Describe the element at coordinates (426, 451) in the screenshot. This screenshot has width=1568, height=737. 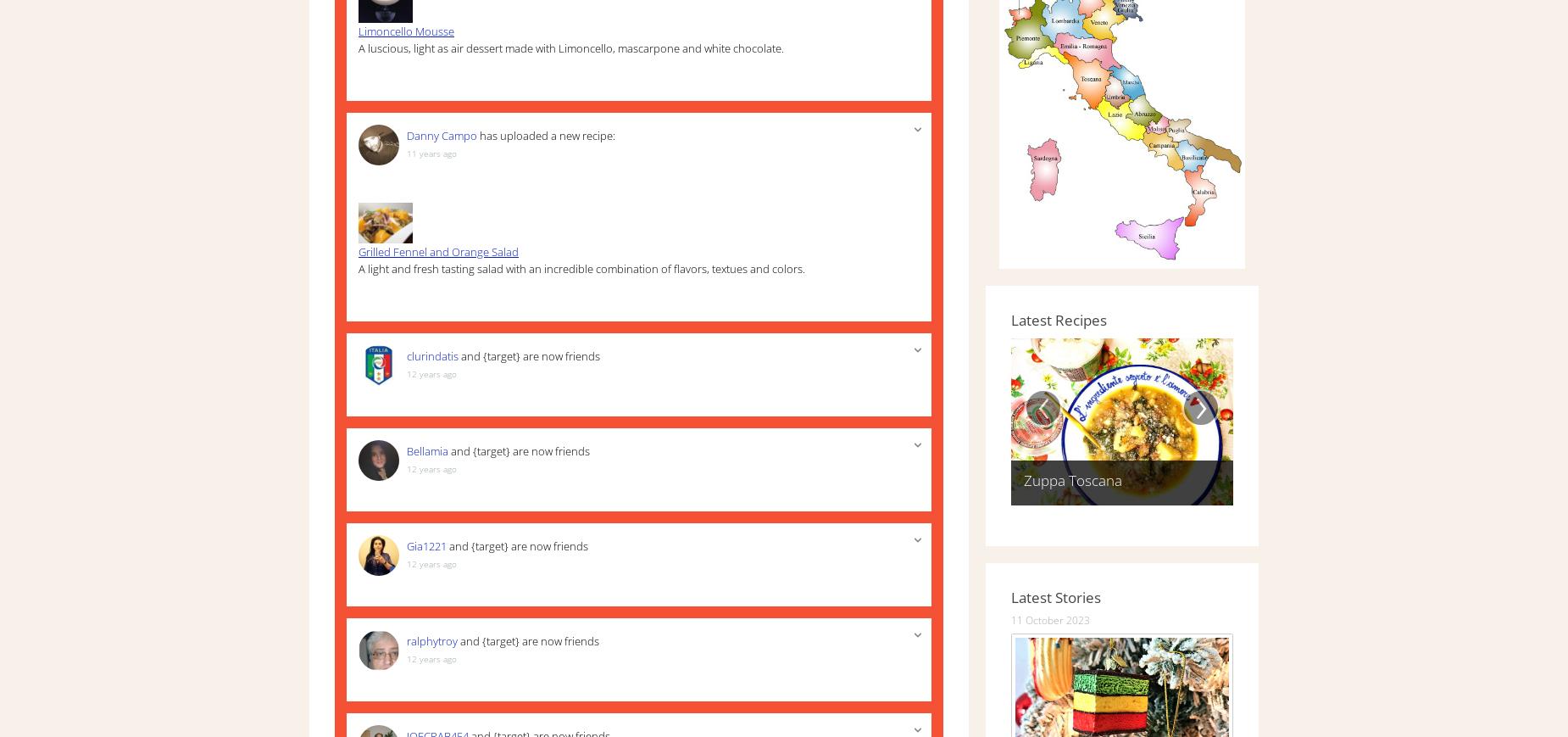
I see `'Bellamia'` at that location.